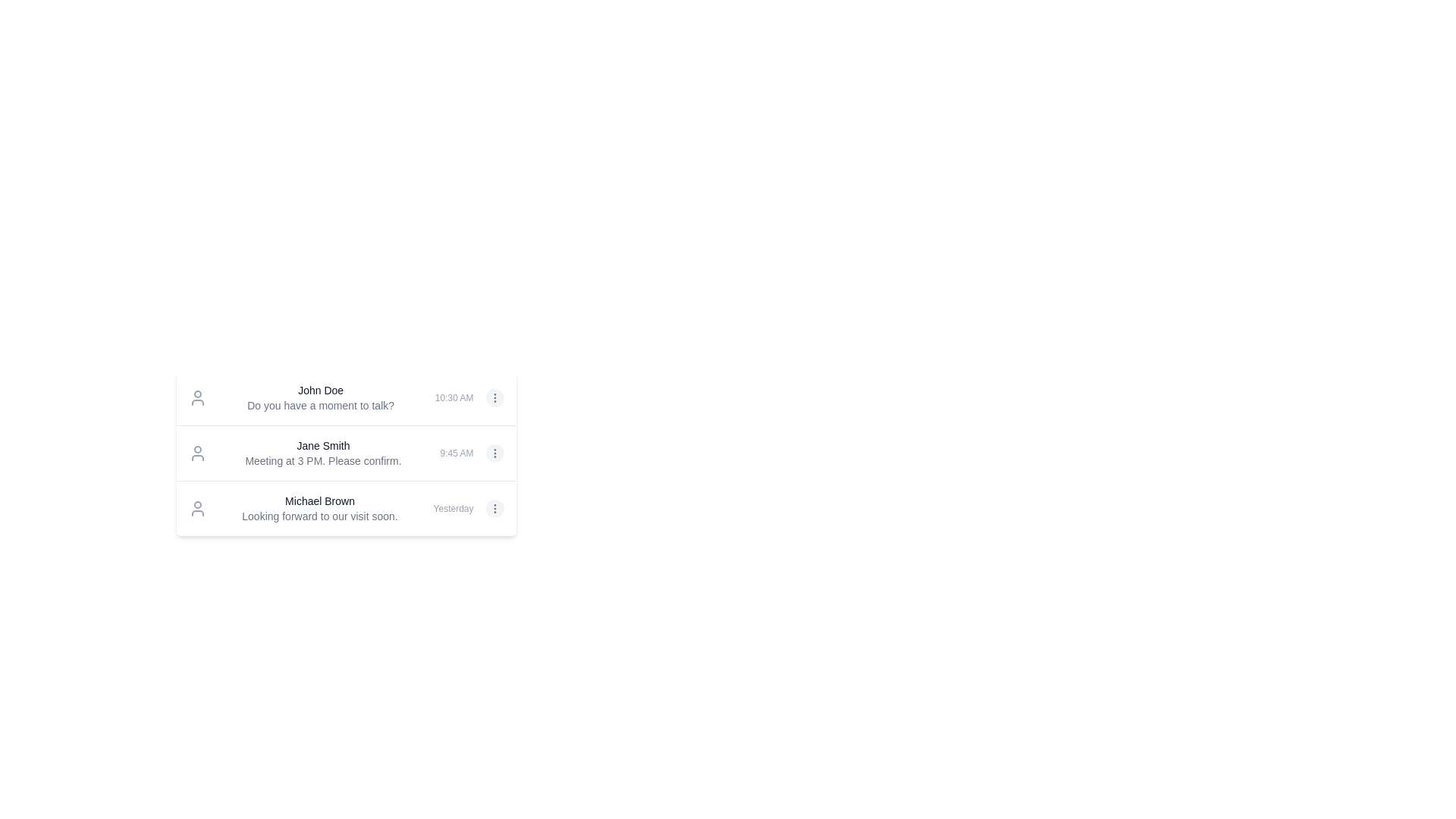 The height and width of the screenshot is (819, 1456). Describe the element at coordinates (494, 397) in the screenshot. I see `the Overflow Menu Icon associated with 'Jane Smith's message entry` at that location.